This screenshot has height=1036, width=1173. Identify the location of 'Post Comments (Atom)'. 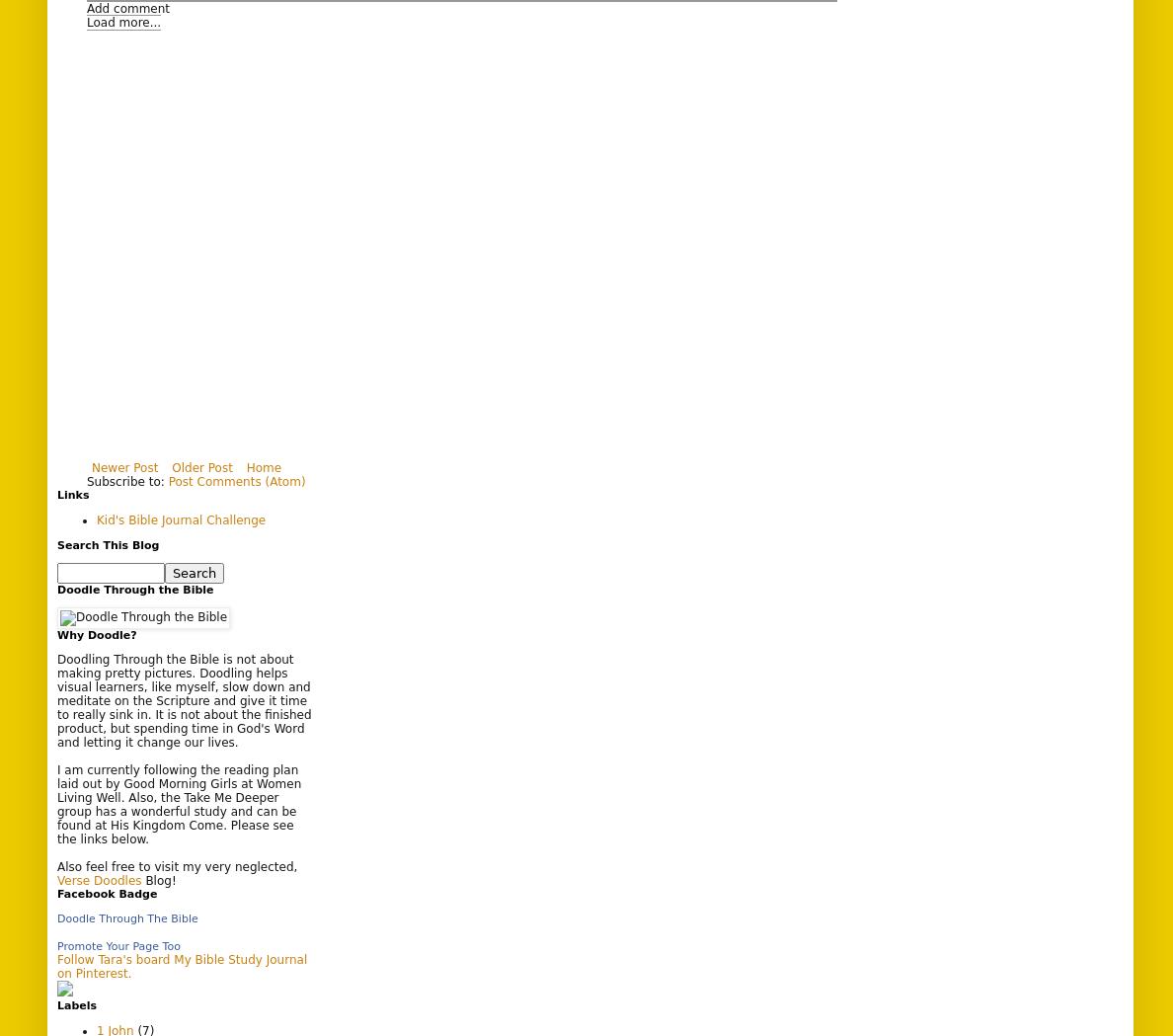
(235, 480).